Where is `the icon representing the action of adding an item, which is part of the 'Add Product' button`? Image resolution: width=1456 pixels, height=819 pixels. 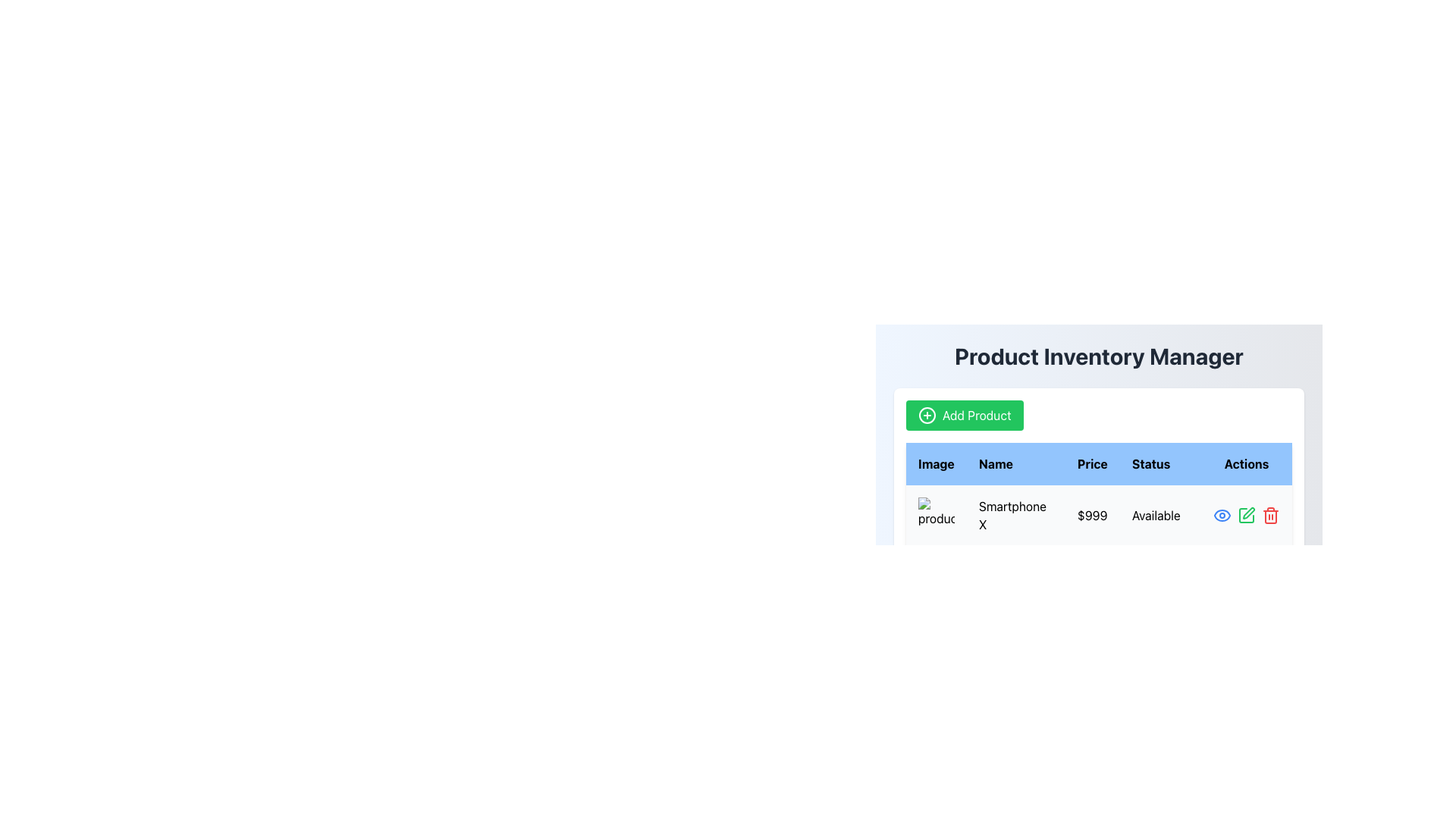 the icon representing the action of adding an item, which is part of the 'Add Product' button is located at coordinates (927, 415).